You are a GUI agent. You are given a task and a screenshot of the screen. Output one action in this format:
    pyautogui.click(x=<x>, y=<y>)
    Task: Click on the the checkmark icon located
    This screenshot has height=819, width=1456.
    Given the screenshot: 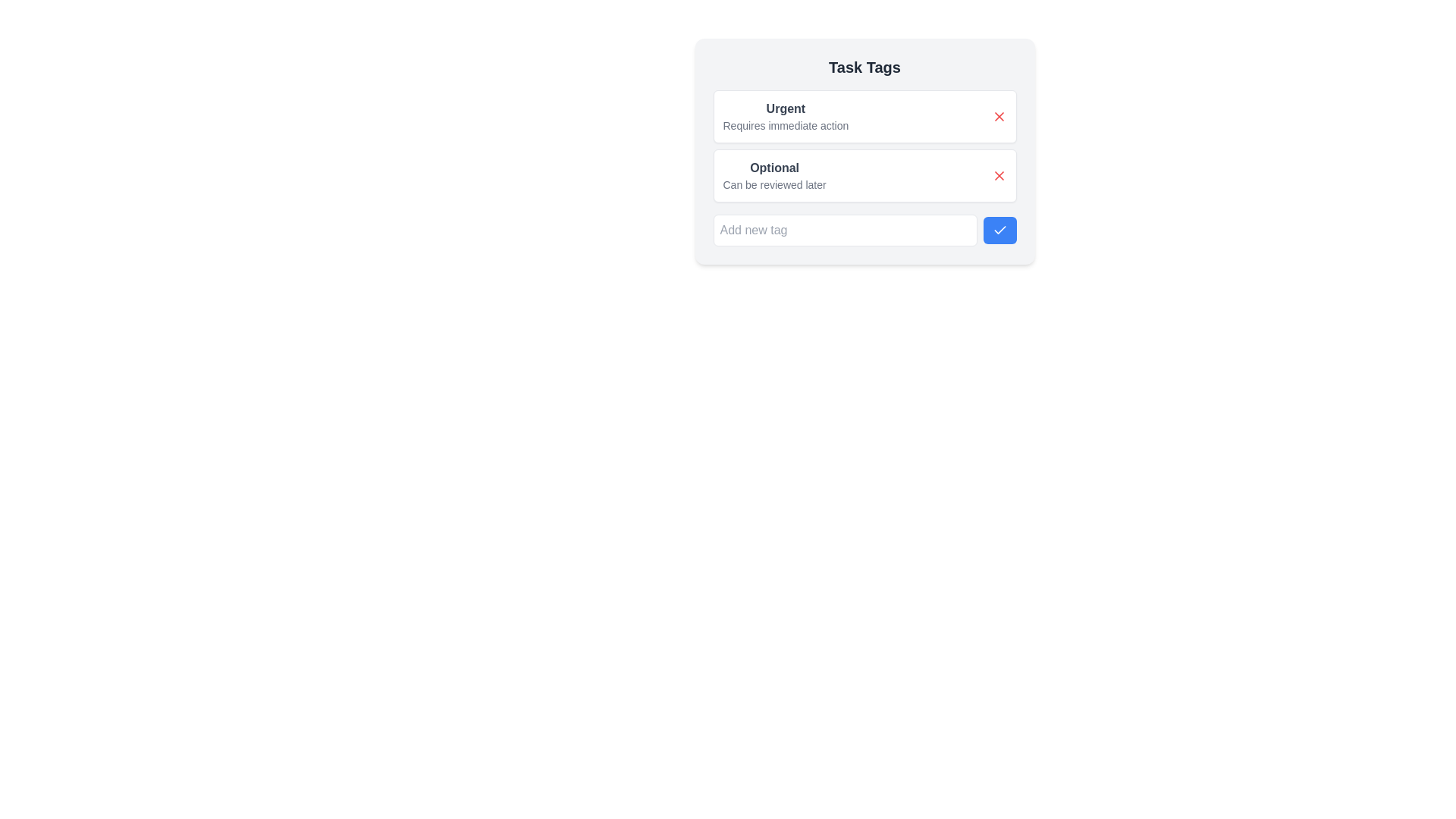 What is the action you would take?
    pyautogui.click(x=999, y=230)
    